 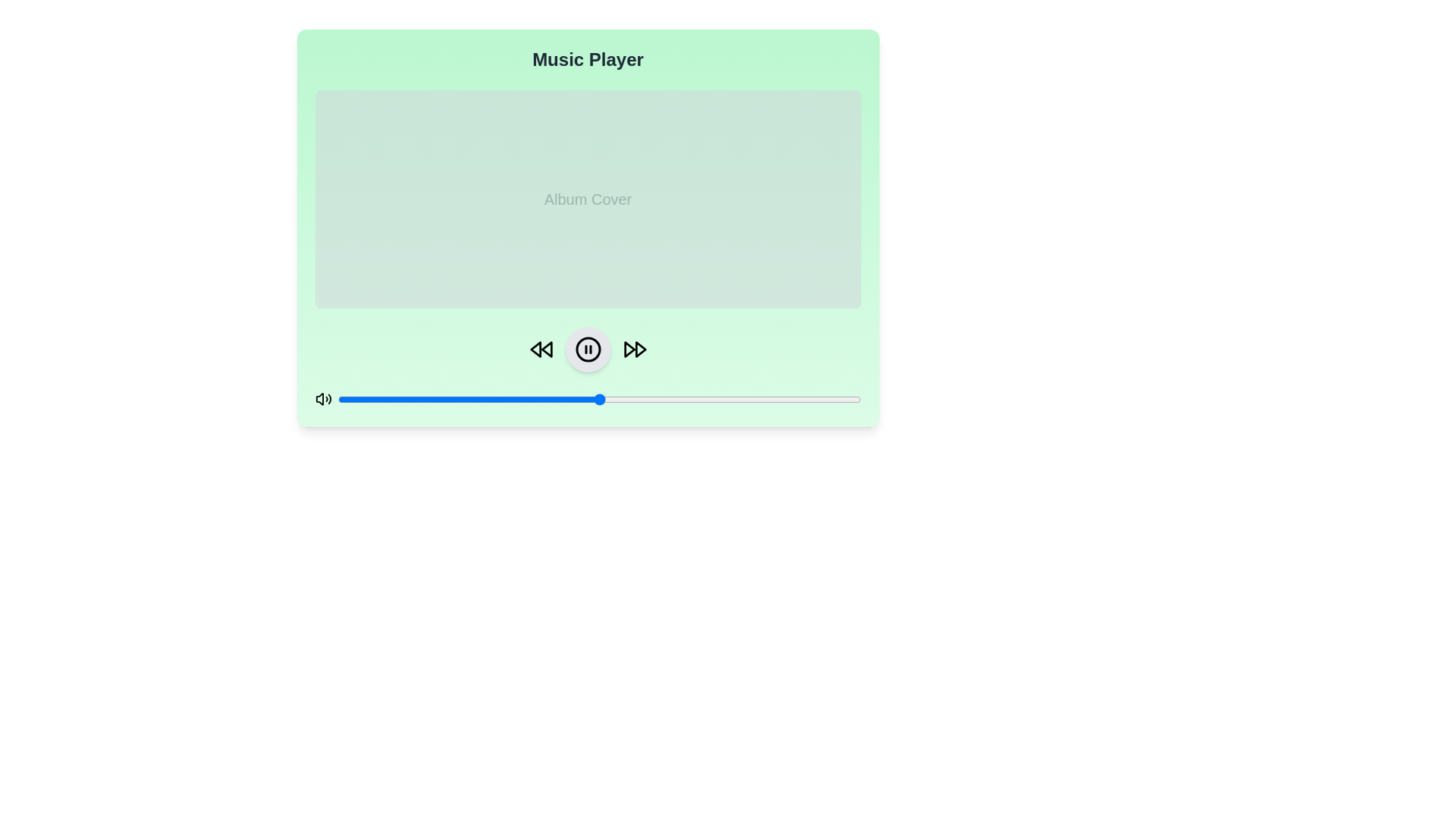 What do you see at coordinates (500, 399) in the screenshot?
I see `volume level` at bounding box center [500, 399].